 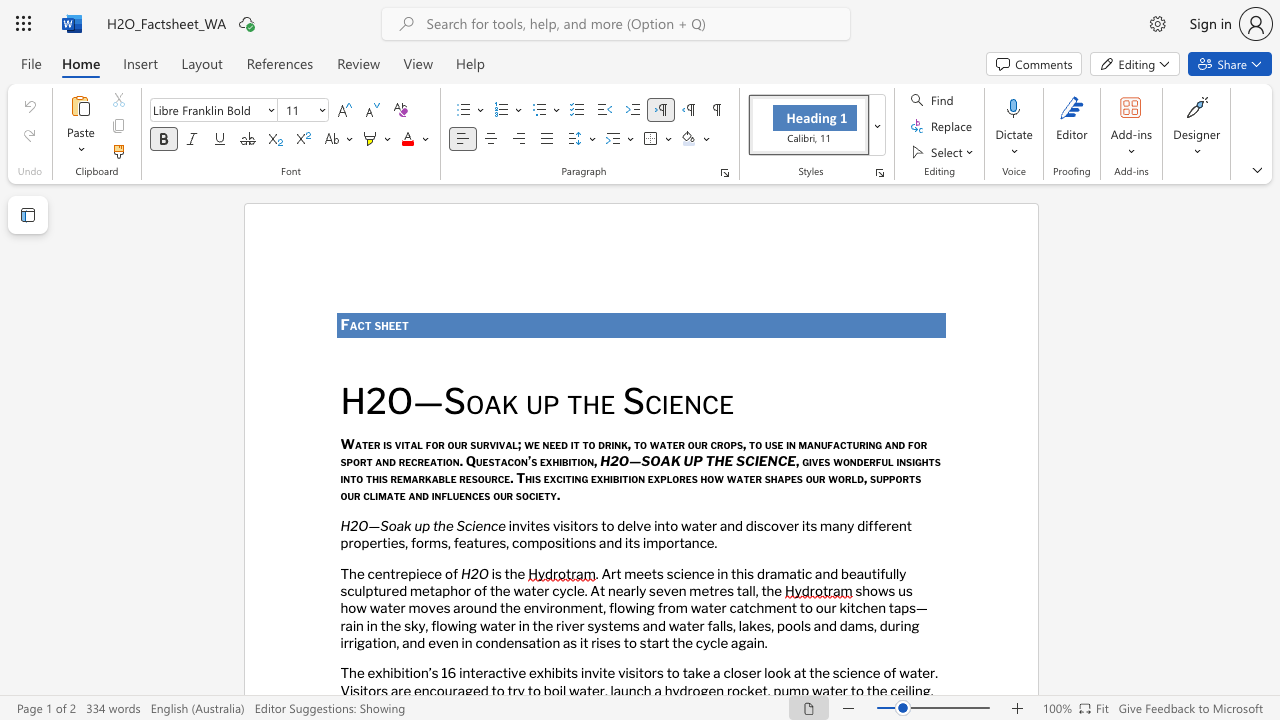 I want to click on the subset text "K UP THE SCI" within the text "H2O—SOAK UP THE SCIENCE", so click(x=670, y=460).